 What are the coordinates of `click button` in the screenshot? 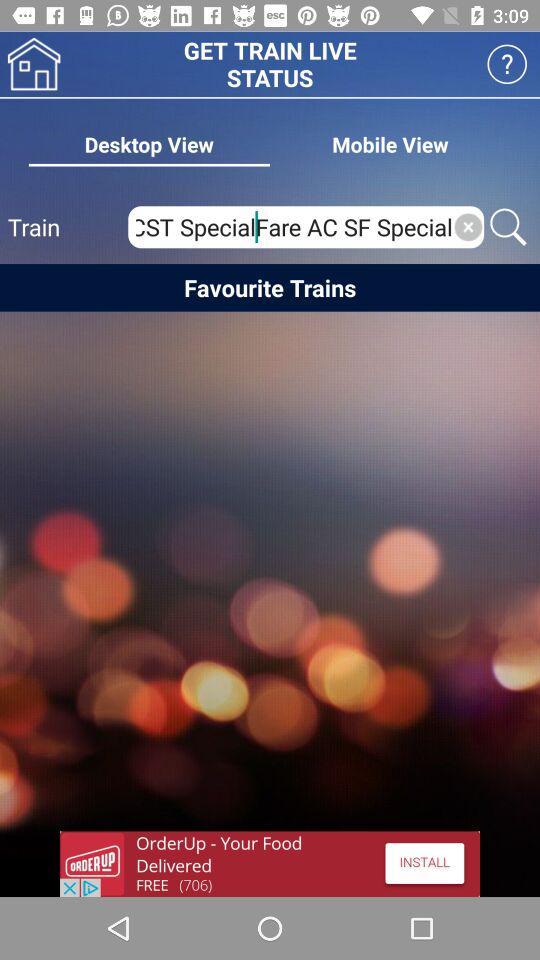 It's located at (507, 64).